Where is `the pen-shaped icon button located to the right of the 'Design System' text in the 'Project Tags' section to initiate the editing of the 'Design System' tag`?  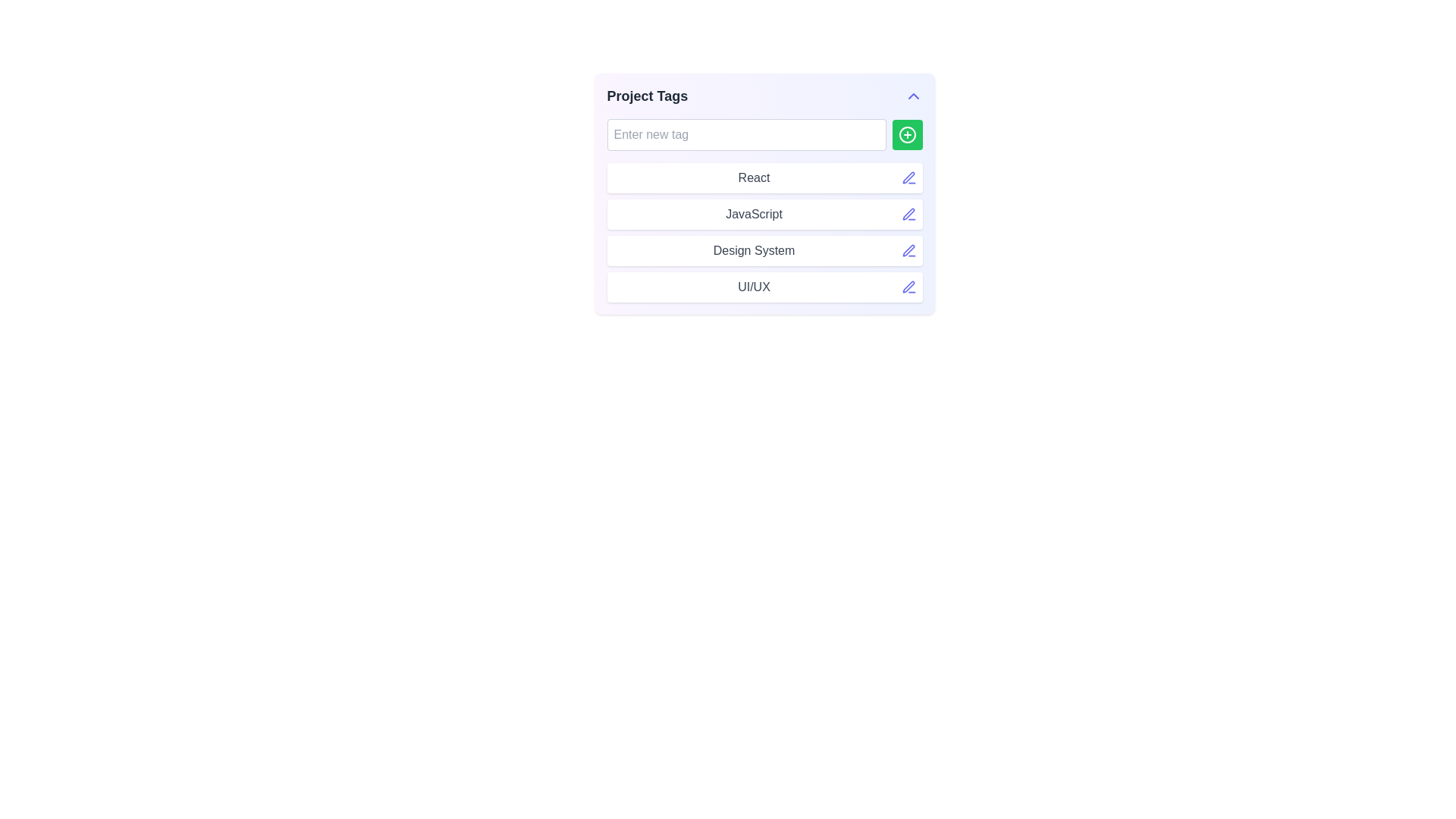
the pen-shaped icon button located to the right of the 'Design System' text in the 'Project Tags' section to initiate the editing of the 'Design System' tag is located at coordinates (908, 250).